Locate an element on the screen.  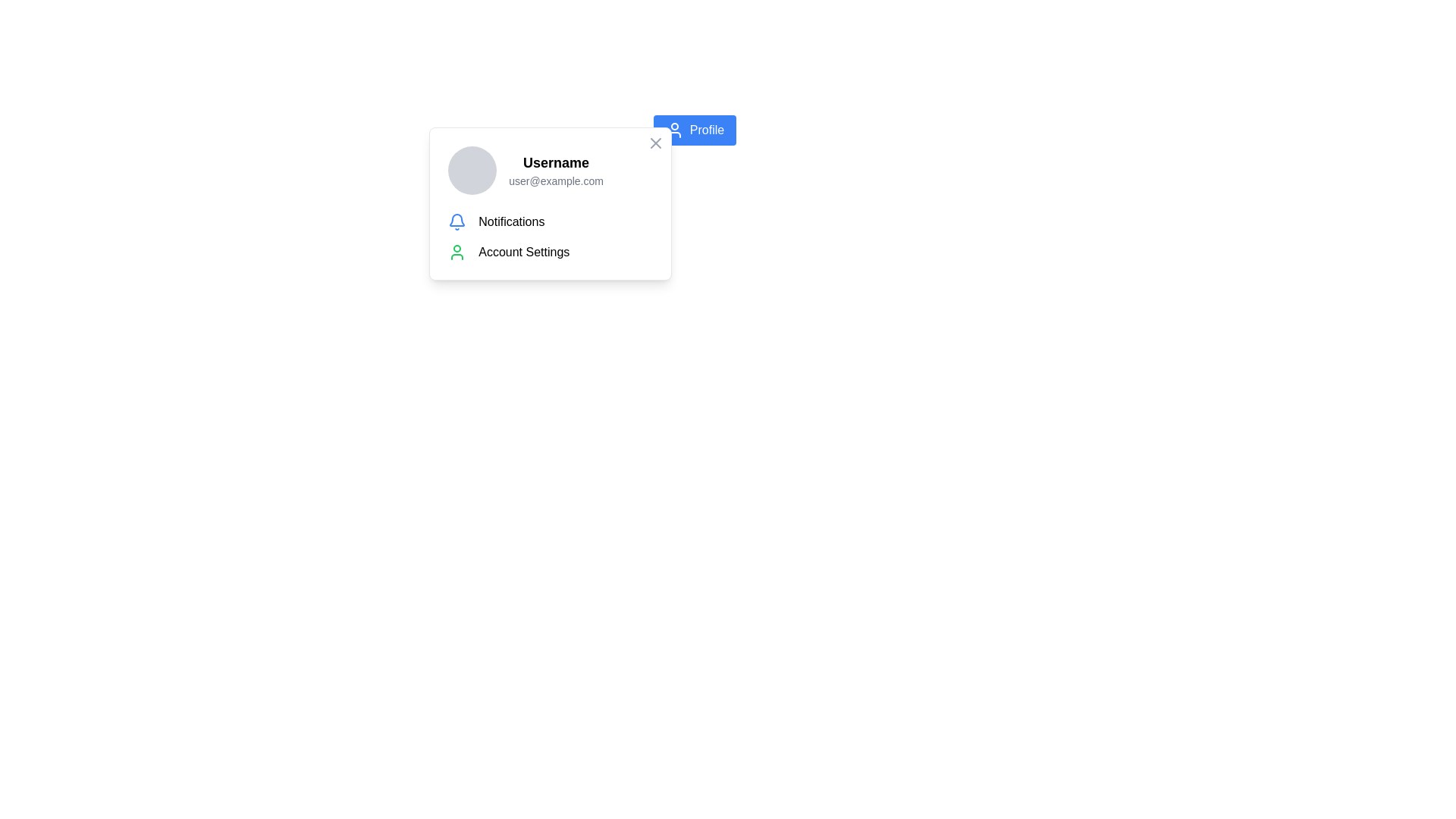
the bell icon, which serves as a visual indicator for accessing notifications and is located to the left of the text 'Notifications' in the dropdown panel is located at coordinates (457, 222).